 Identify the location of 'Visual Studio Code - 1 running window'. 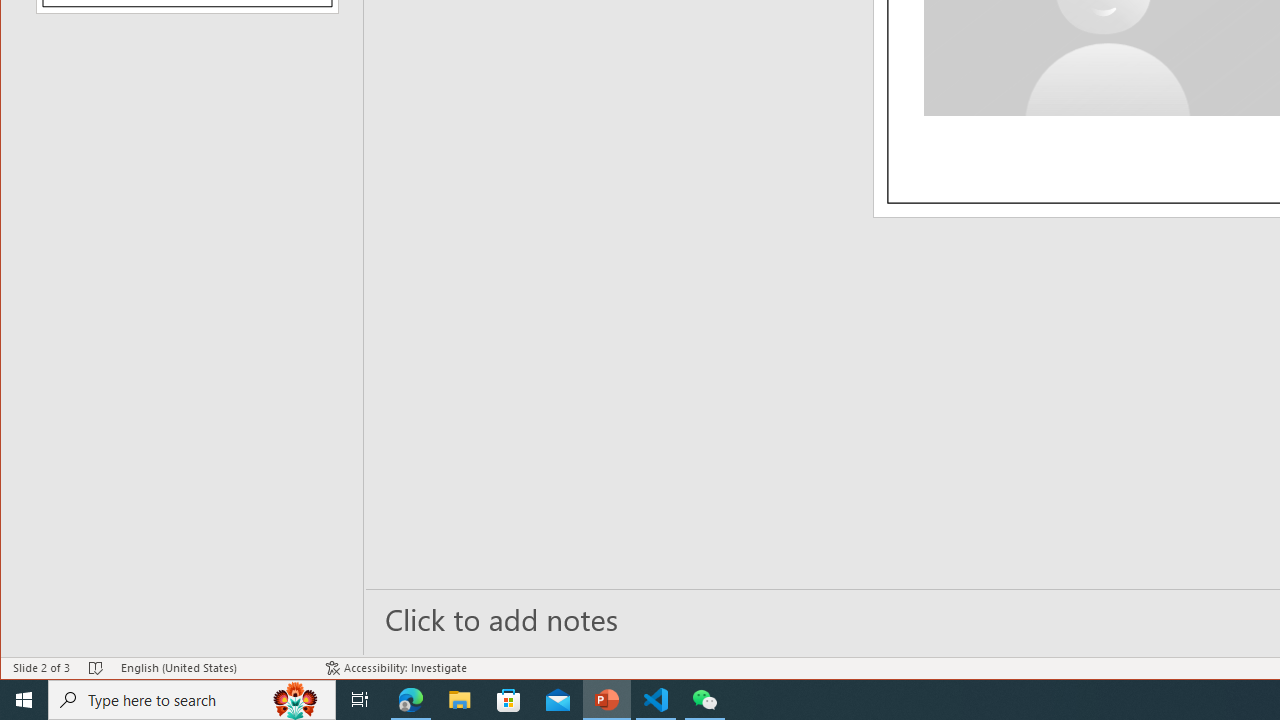
(656, 698).